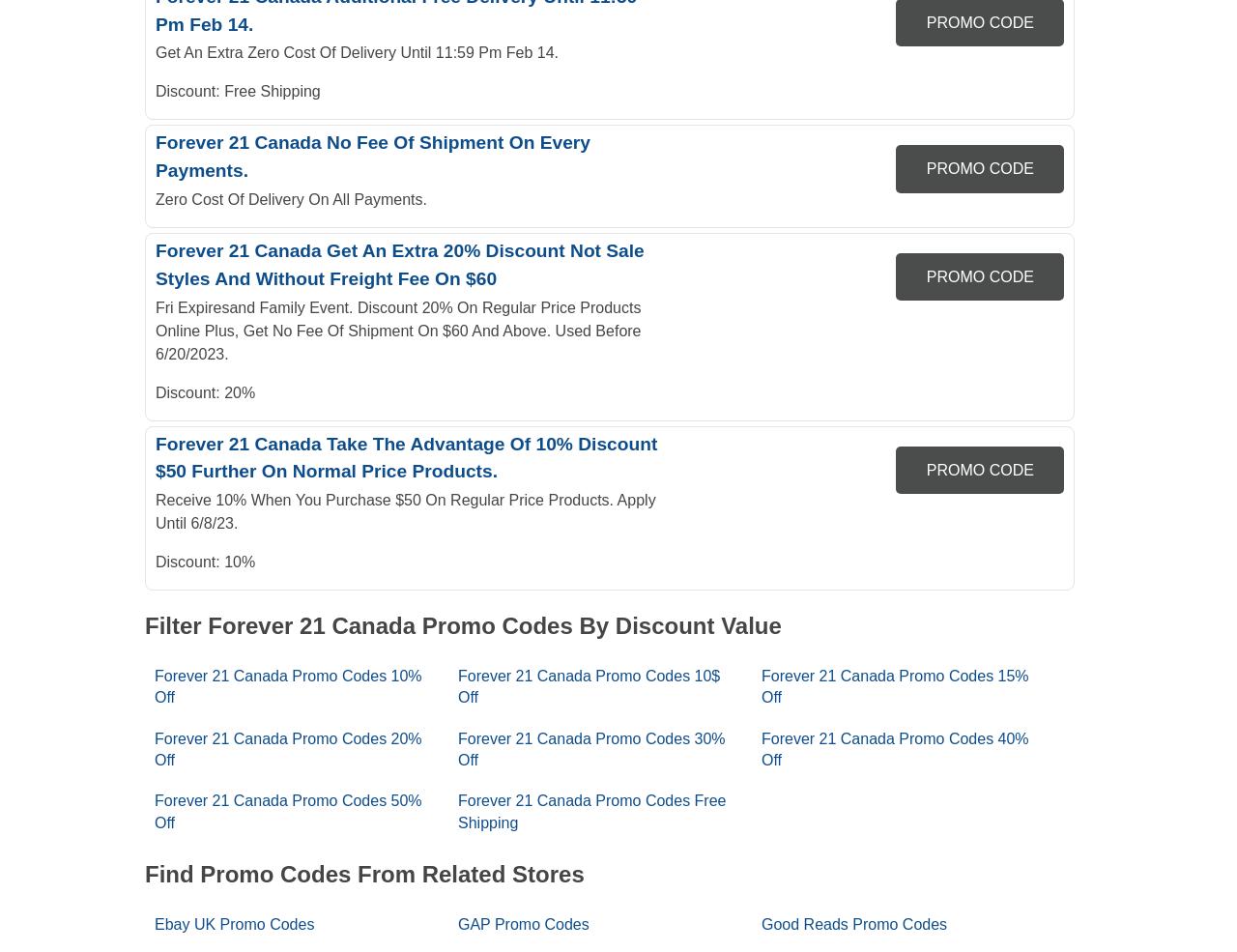 This screenshot has width=1237, height=952. I want to click on 'Forever 21 Canada Promo Codes 50% Off', so click(286, 810).